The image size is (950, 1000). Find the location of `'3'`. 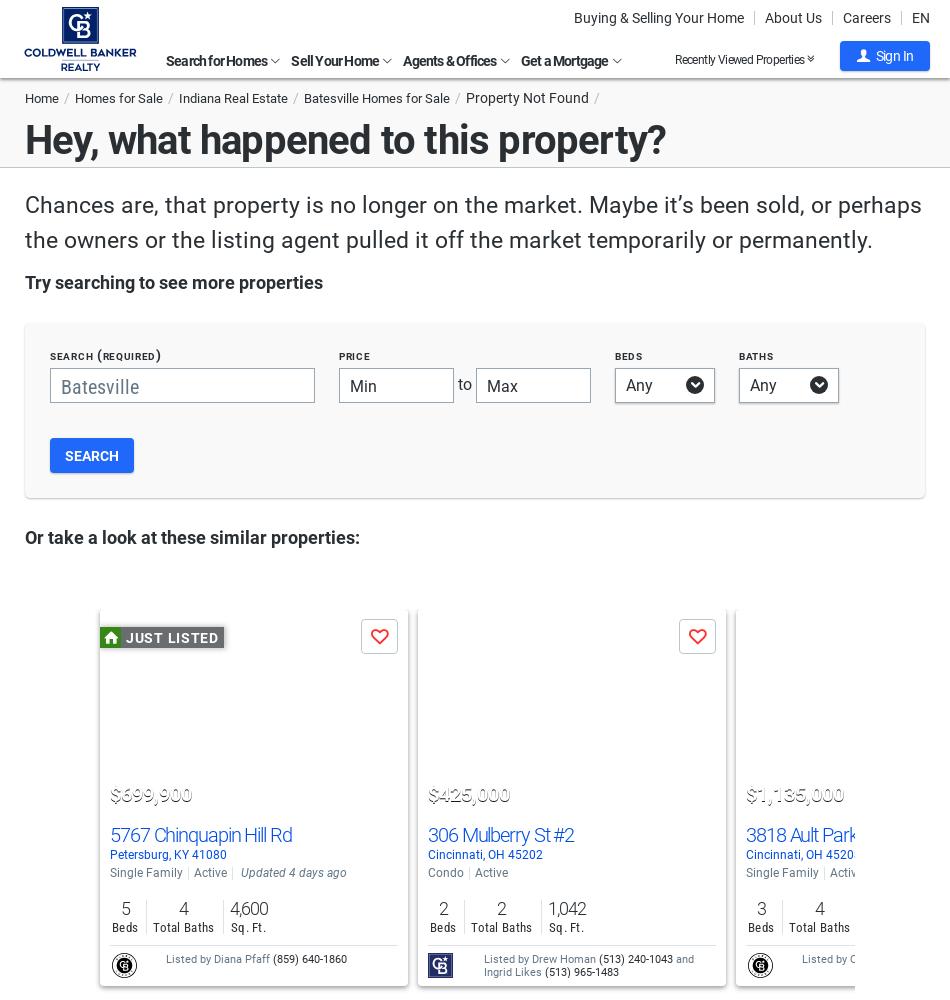

'3' is located at coordinates (759, 907).